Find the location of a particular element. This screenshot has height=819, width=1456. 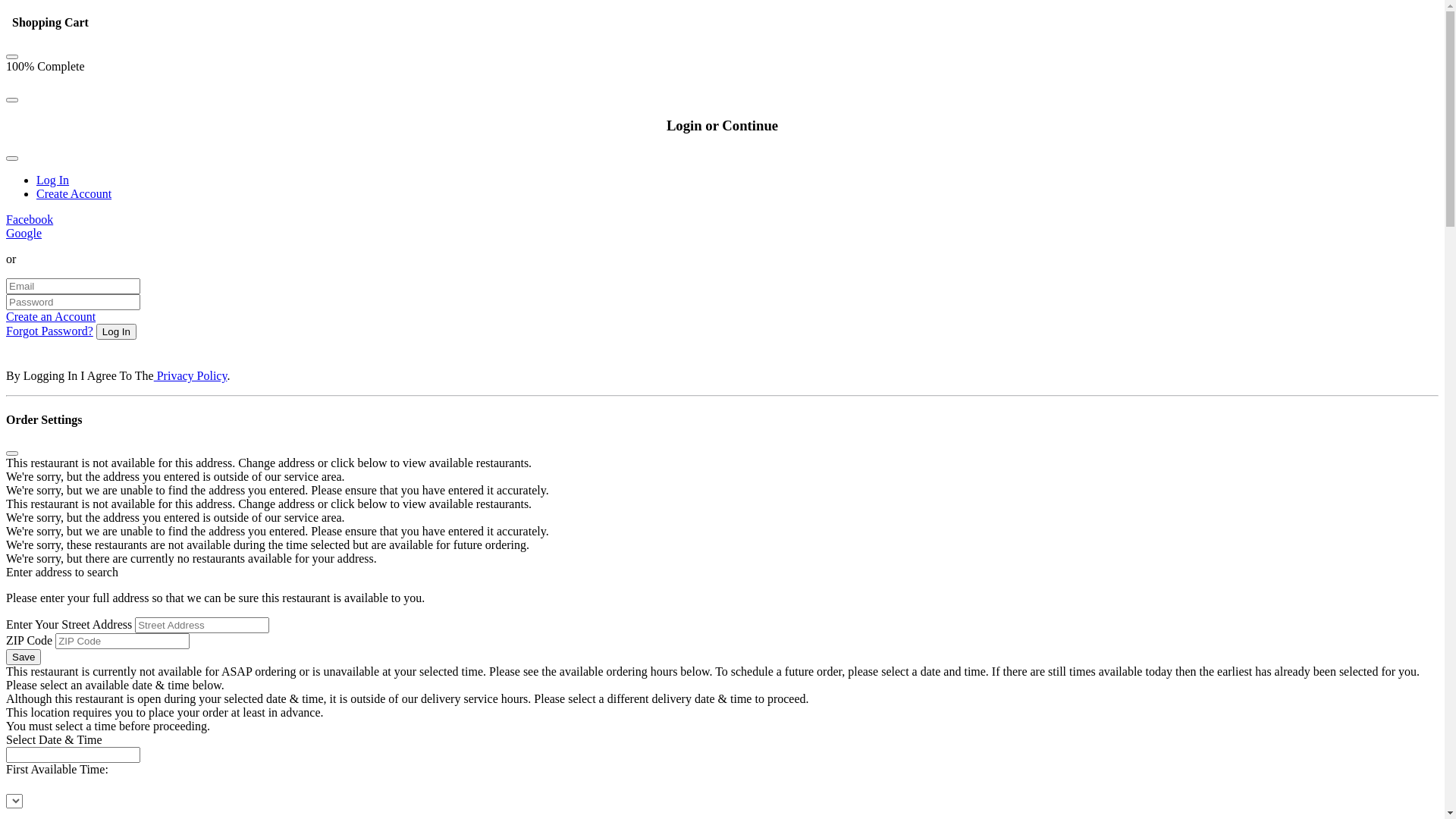

'Log In' is located at coordinates (115, 331).